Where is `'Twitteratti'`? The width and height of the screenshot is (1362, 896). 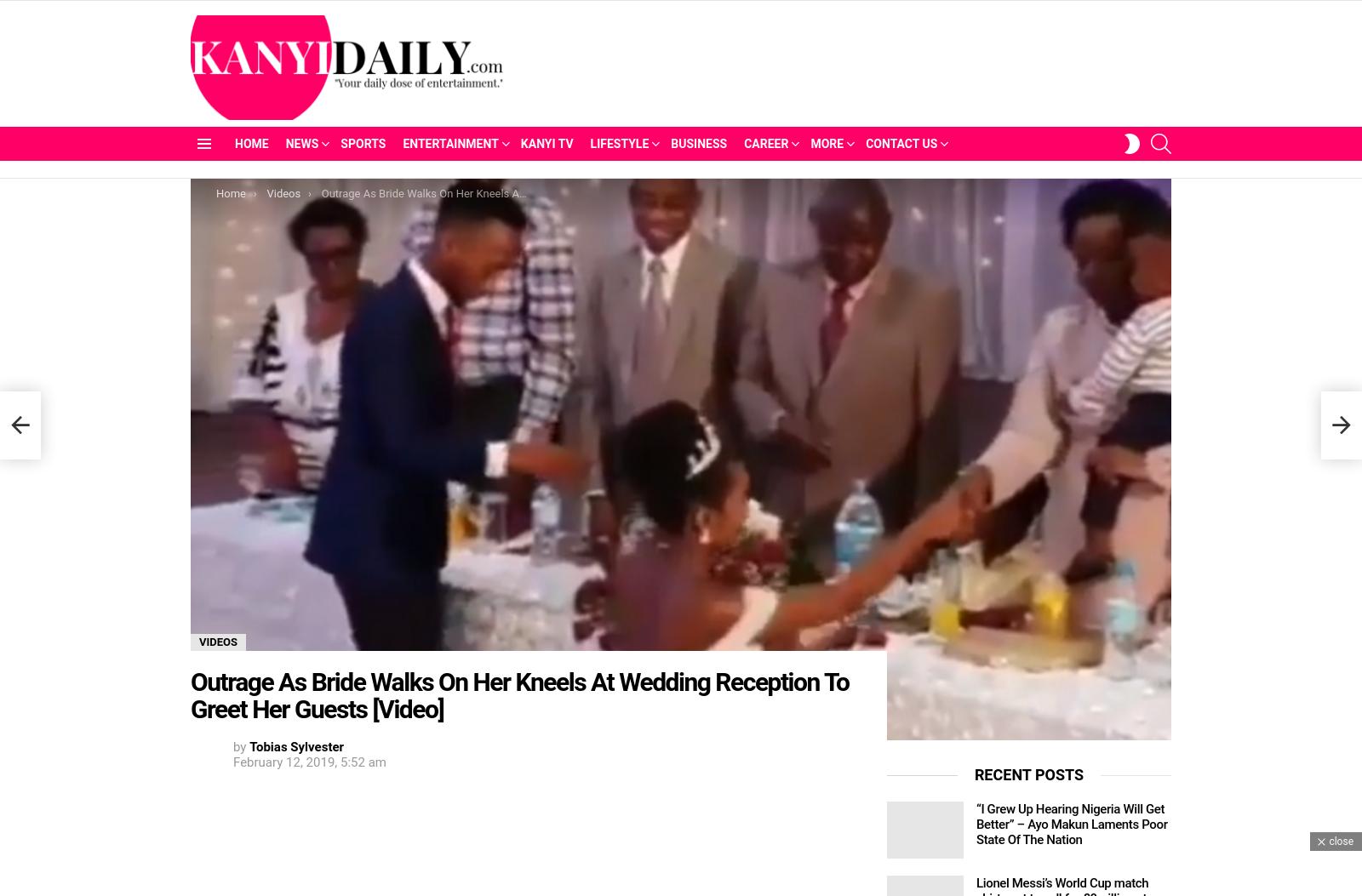 'Twitteratti' is located at coordinates (532, 316).